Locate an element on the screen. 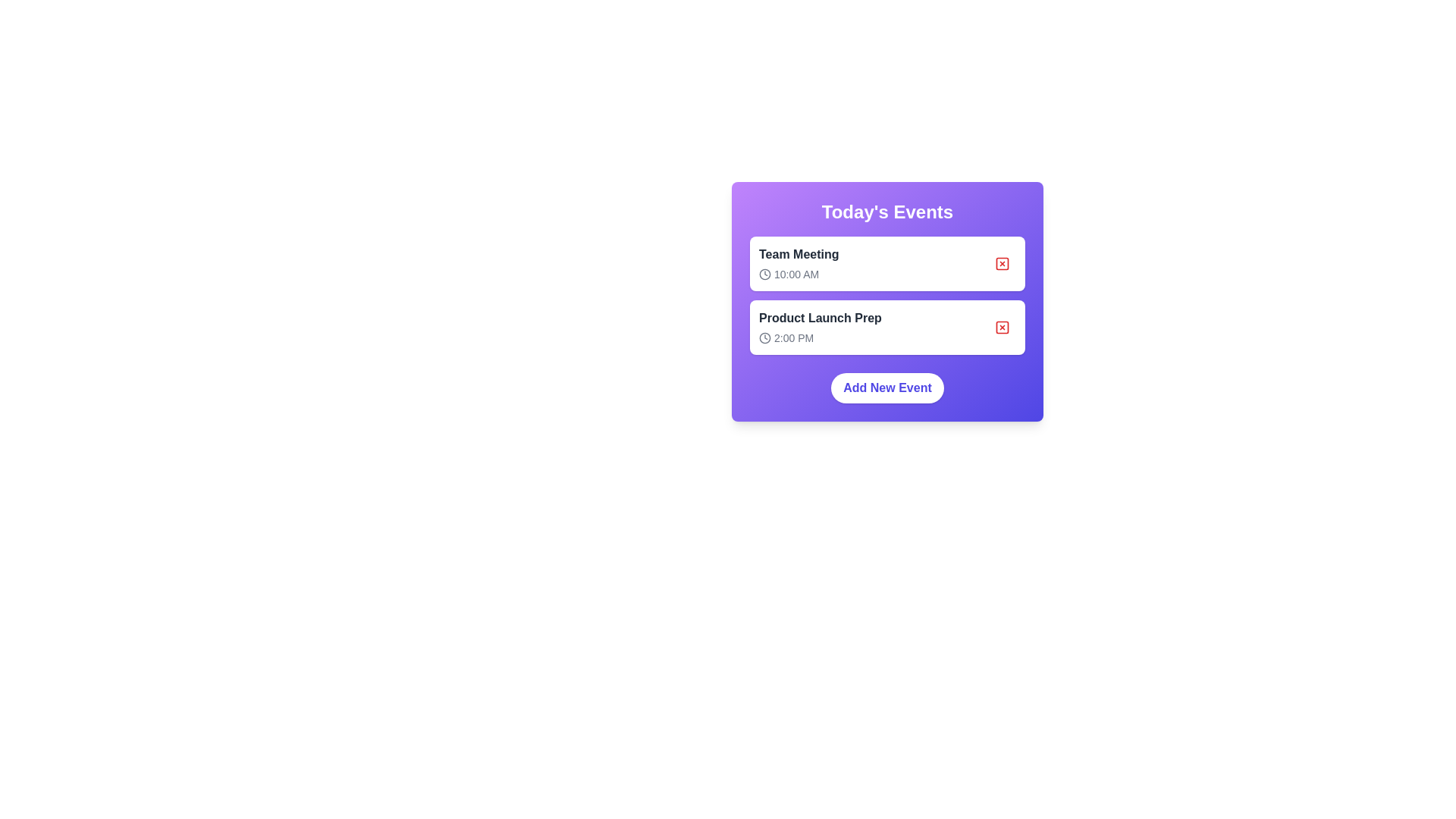  the first list item containing the text 'Team Meeting' with a red 'X' button on the right is located at coordinates (887, 262).